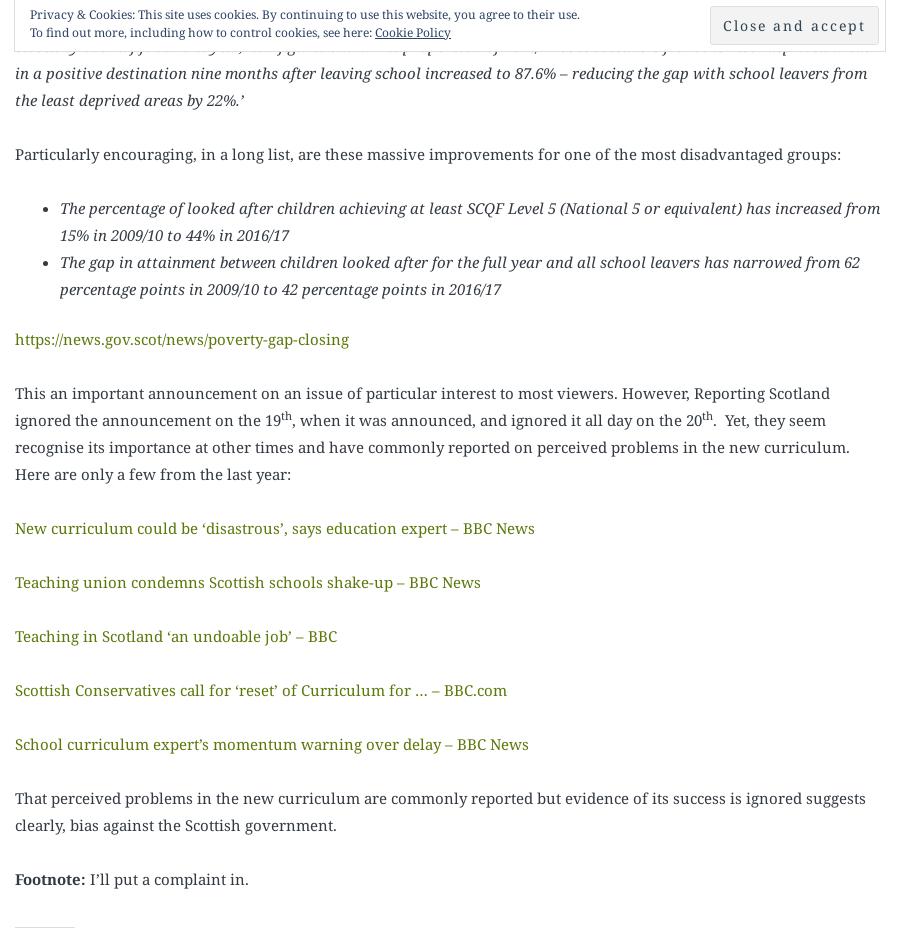 The image size is (900, 934). I want to click on 'https://news.gov.scot/news/poverty-gap-closing', so click(181, 338).